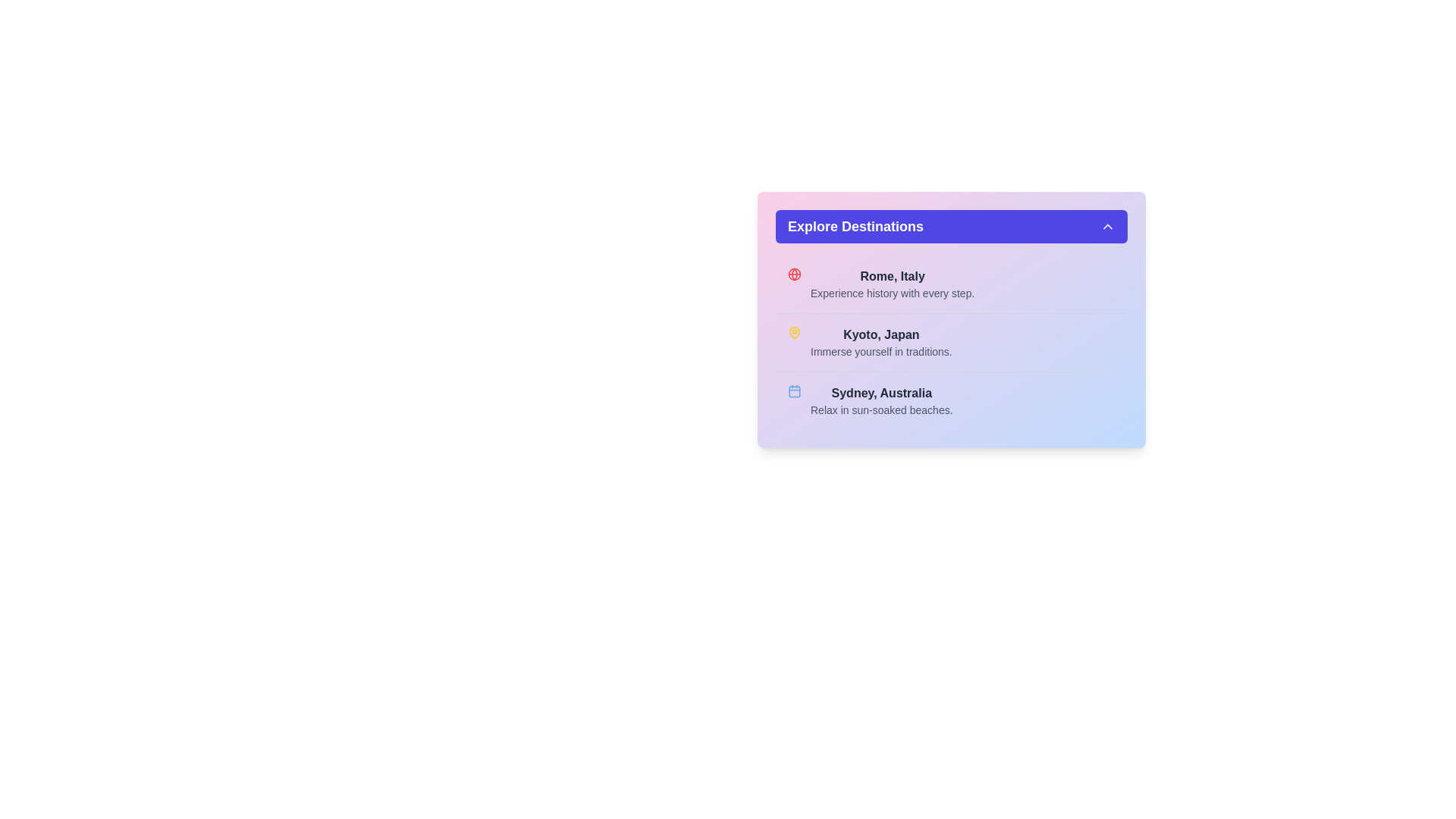 The width and height of the screenshot is (1456, 819). Describe the element at coordinates (793, 391) in the screenshot. I see `the light blue calendar icon associated with 'Sydney, Australia' in the 'Explore Destinations' section` at that location.